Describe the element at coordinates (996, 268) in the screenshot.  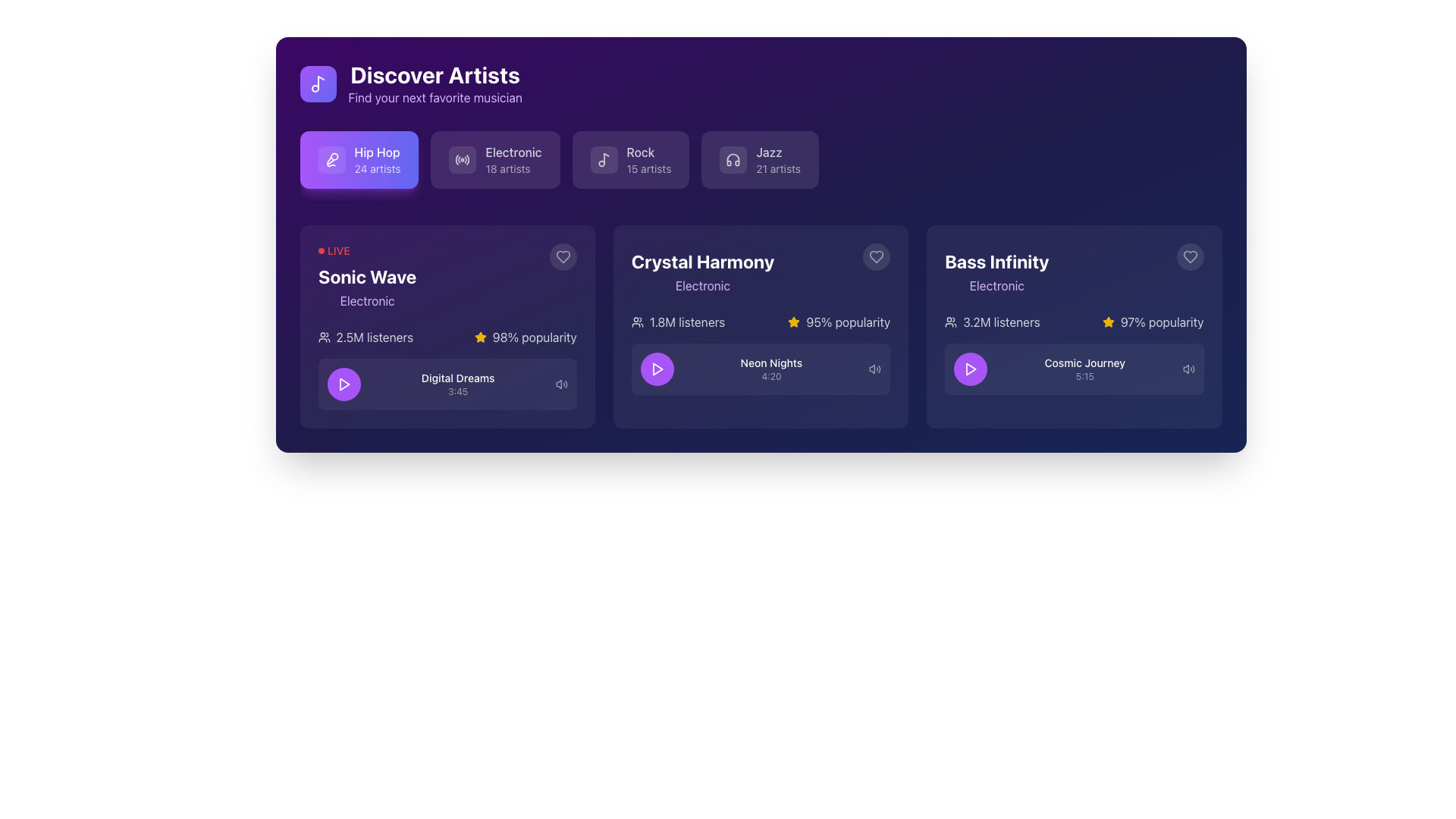
I see `on the 'Bass Infinity' text label, which is styled in bold, large white font and is located in the third card on the far-right side of the interface` at that location.